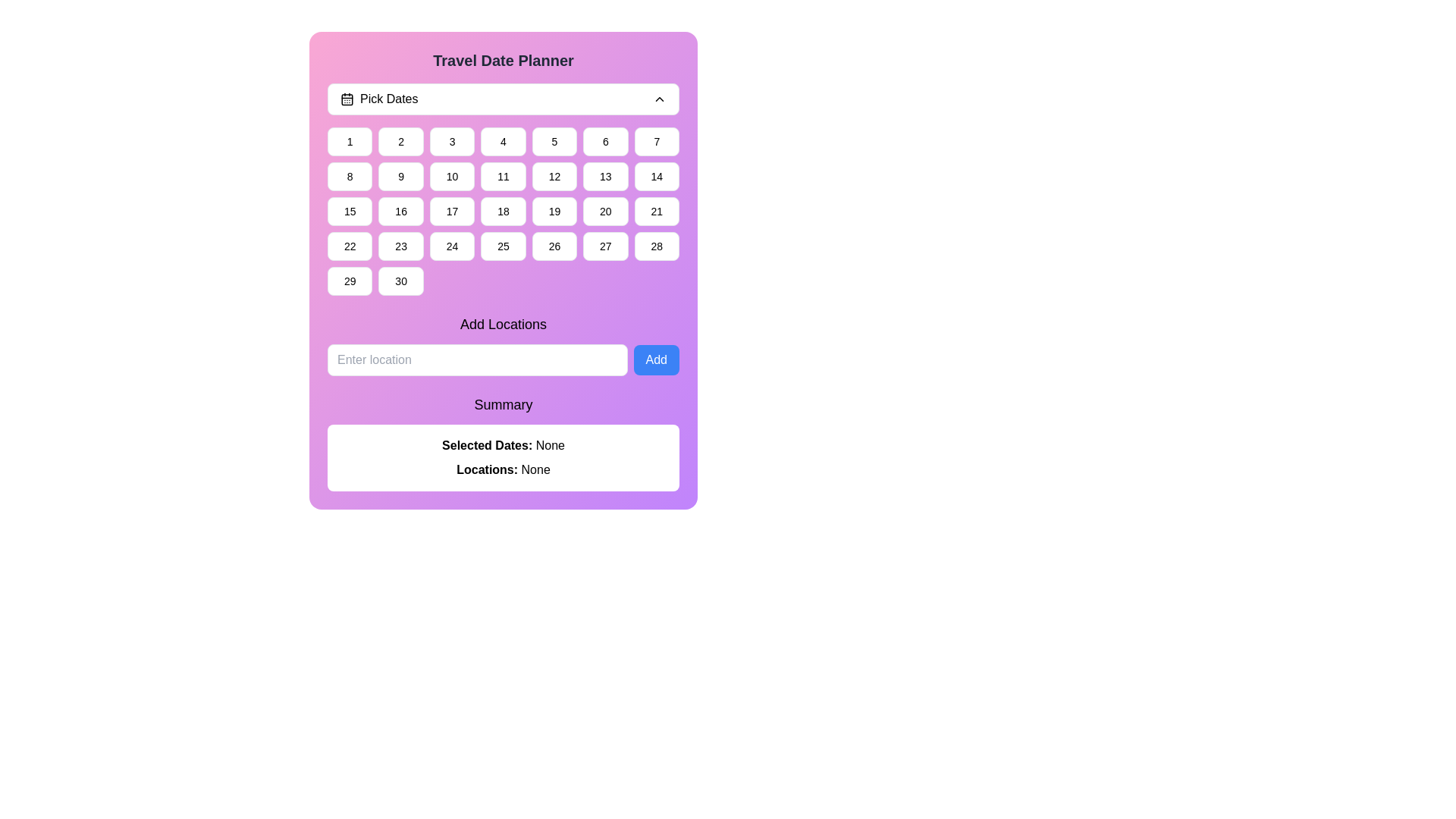 The width and height of the screenshot is (1456, 819). Describe the element at coordinates (503, 60) in the screenshot. I see `heading text 'Travel Date Planner' which is a bold, centered text at the top of the application, styled with a large font size and gray color` at that location.